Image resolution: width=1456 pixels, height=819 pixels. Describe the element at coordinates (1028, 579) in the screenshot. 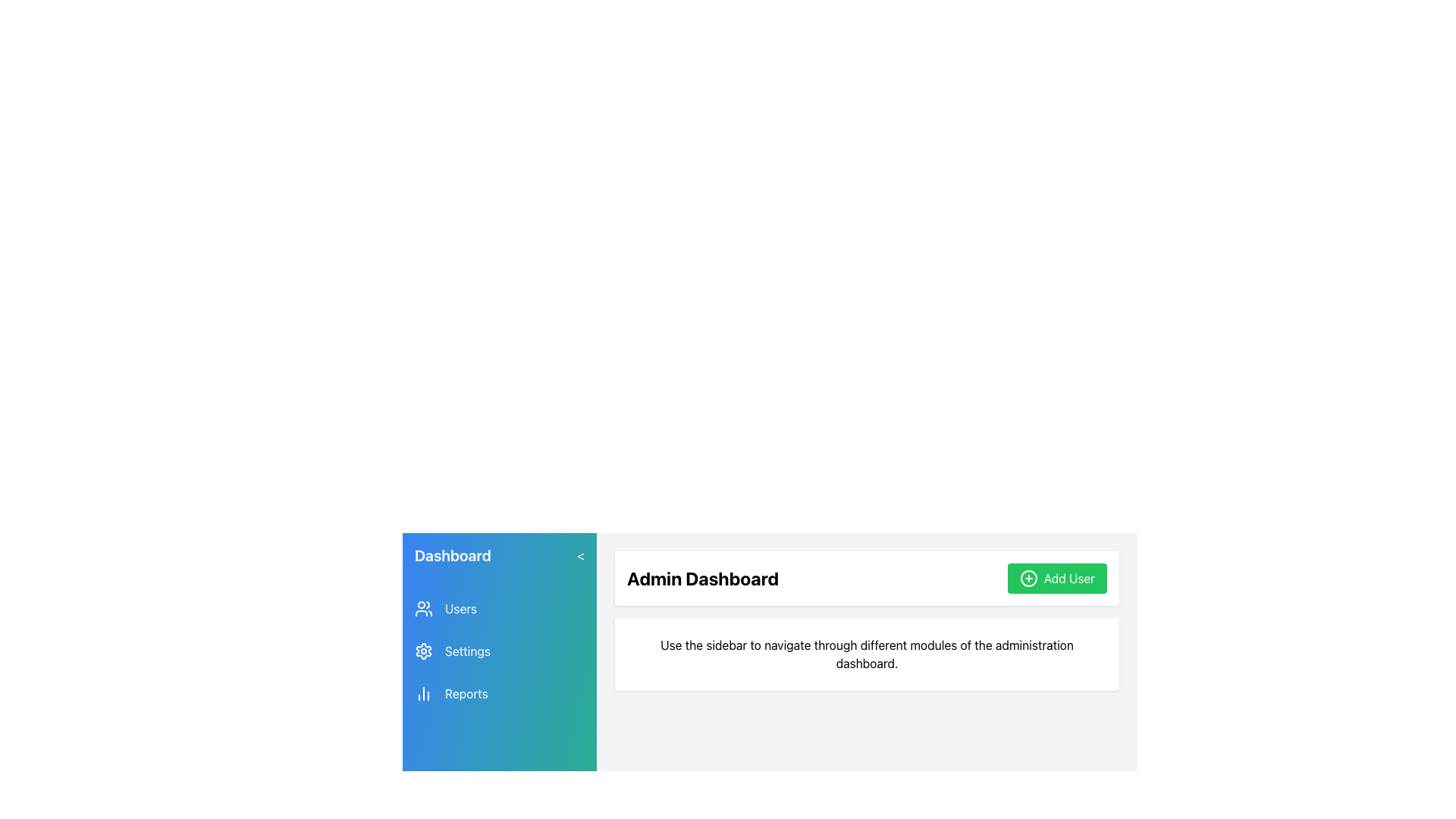

I see `the 'Add User' button located in the top-right area of the main content section` at that location.